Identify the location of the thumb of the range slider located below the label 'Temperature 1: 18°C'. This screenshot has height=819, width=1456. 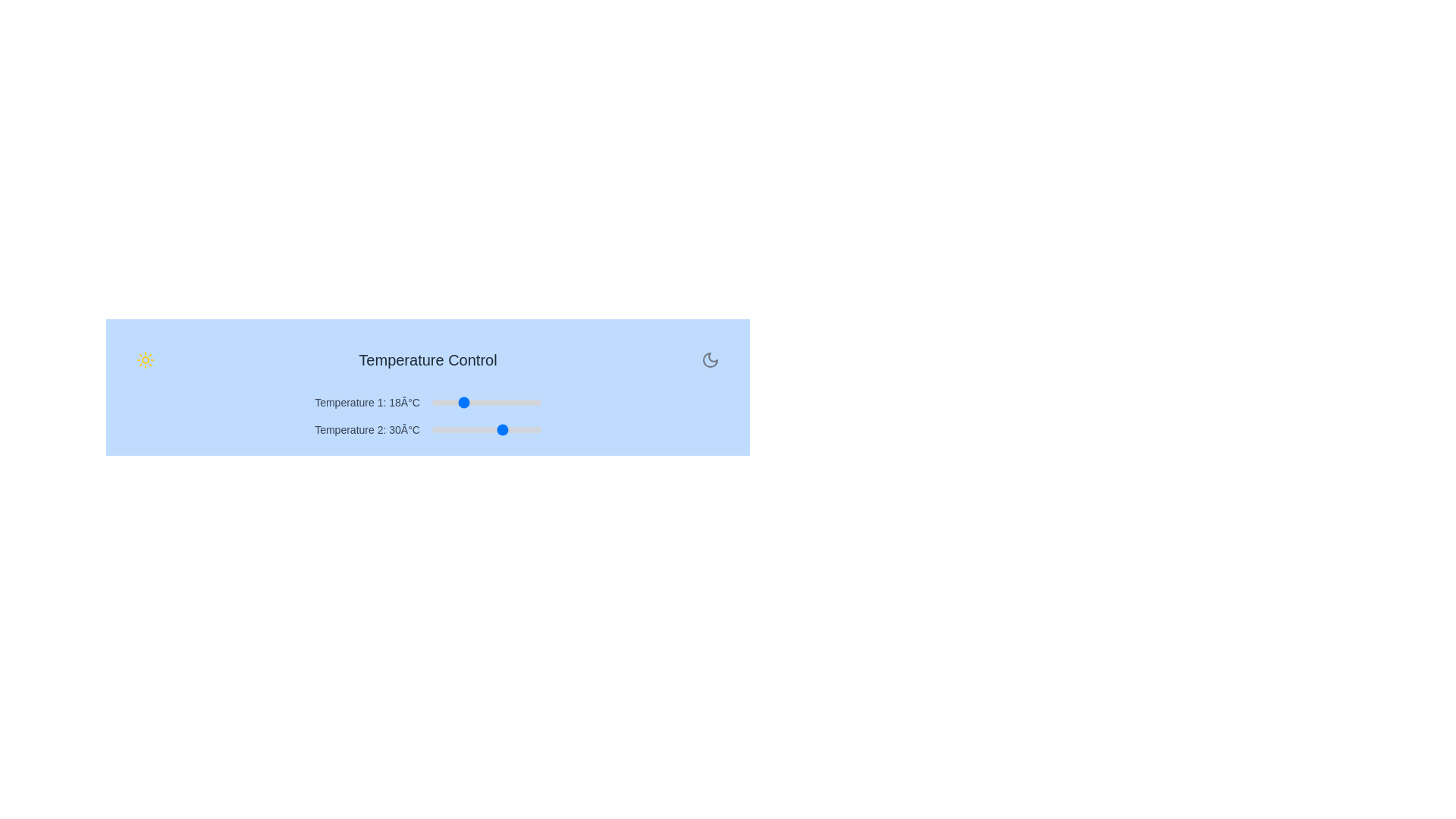
(486, 402).